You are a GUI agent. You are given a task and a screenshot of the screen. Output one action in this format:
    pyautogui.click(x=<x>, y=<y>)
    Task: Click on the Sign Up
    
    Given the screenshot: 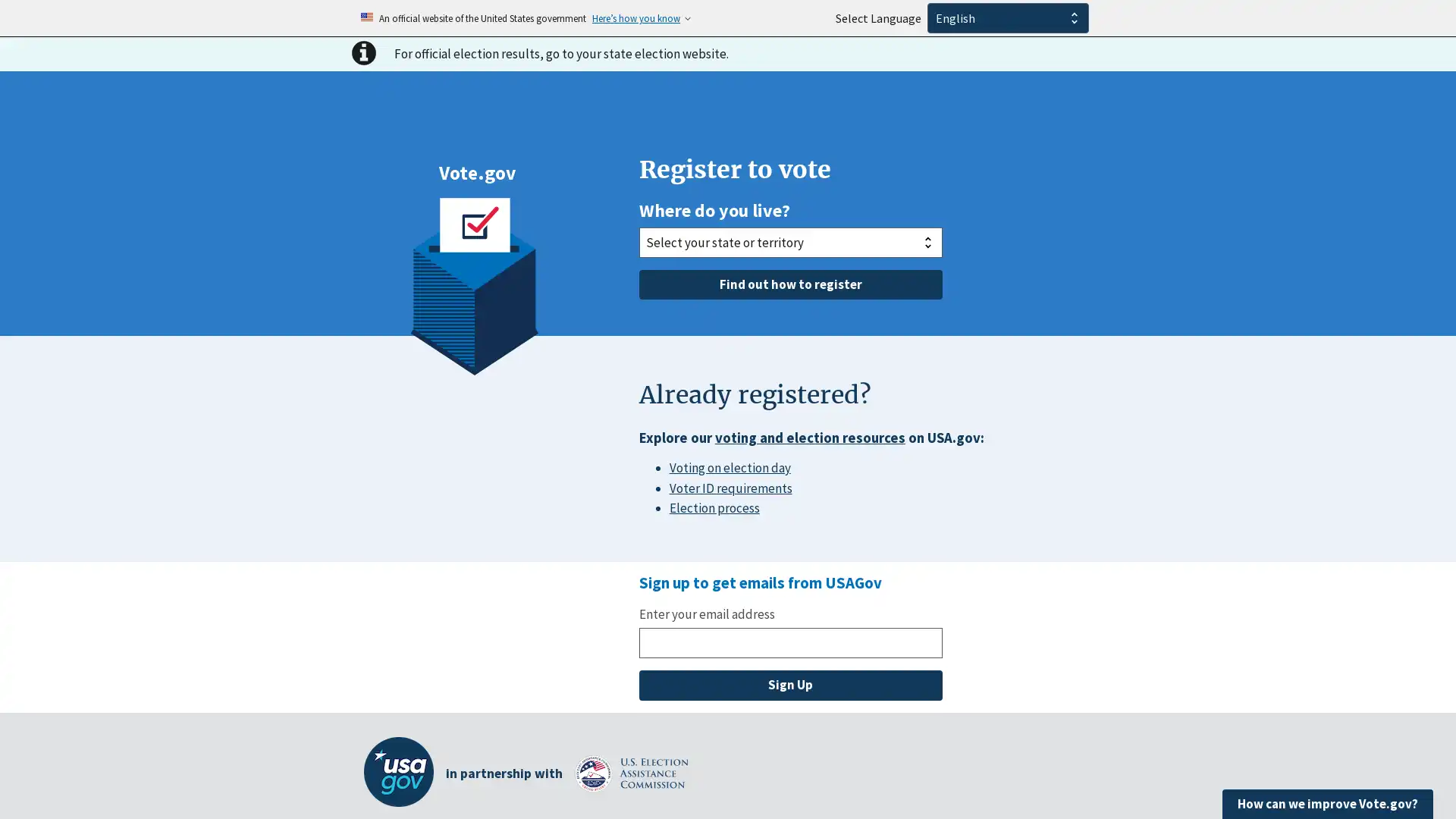 What is the action you would take?
    pyautogui.click(x=789, y=685)
    